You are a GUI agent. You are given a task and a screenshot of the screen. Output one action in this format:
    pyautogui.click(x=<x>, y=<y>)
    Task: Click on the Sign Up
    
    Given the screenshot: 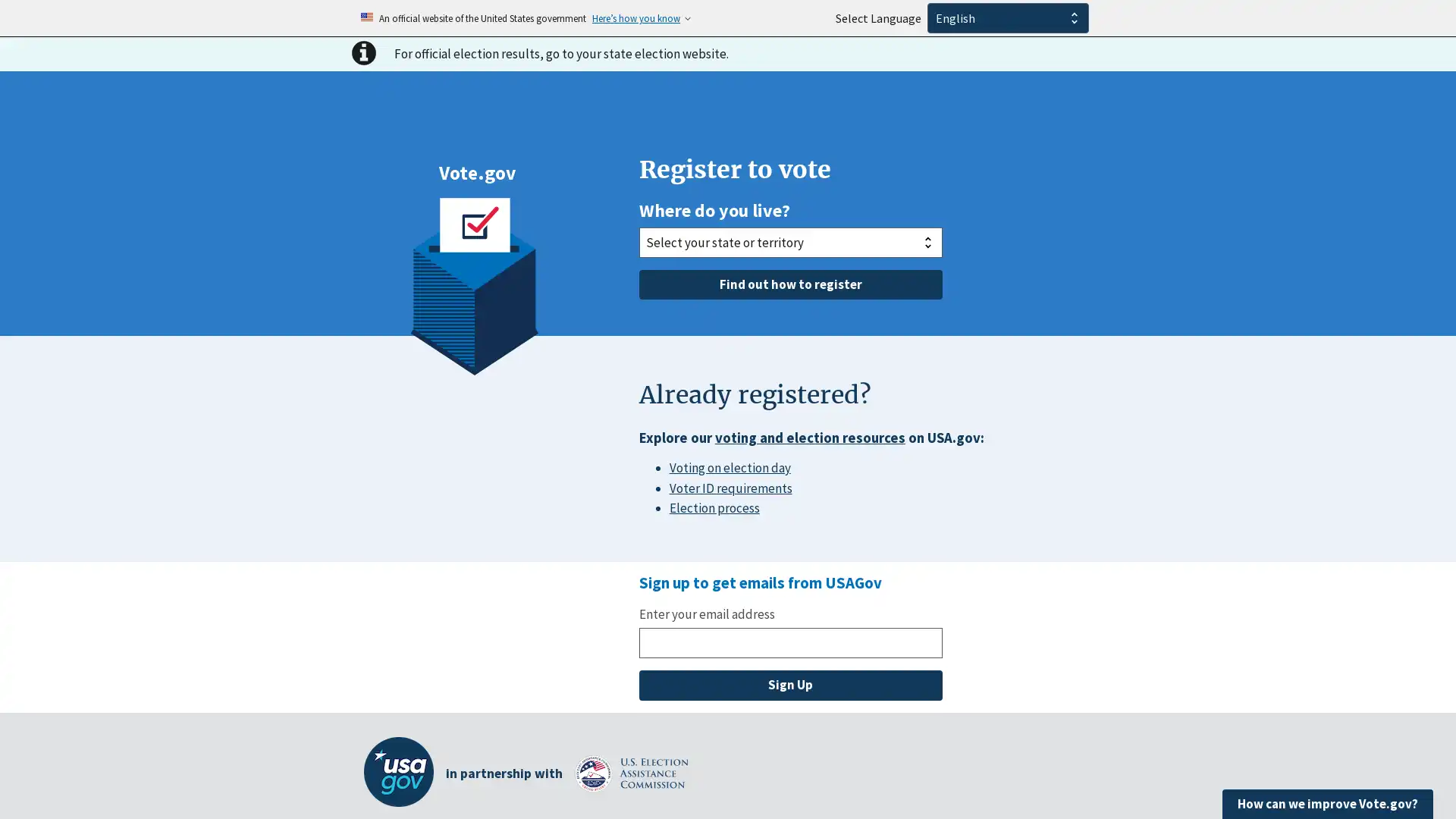 What is the action you would take?
    pyautogui.click(x=789, y=685)
    